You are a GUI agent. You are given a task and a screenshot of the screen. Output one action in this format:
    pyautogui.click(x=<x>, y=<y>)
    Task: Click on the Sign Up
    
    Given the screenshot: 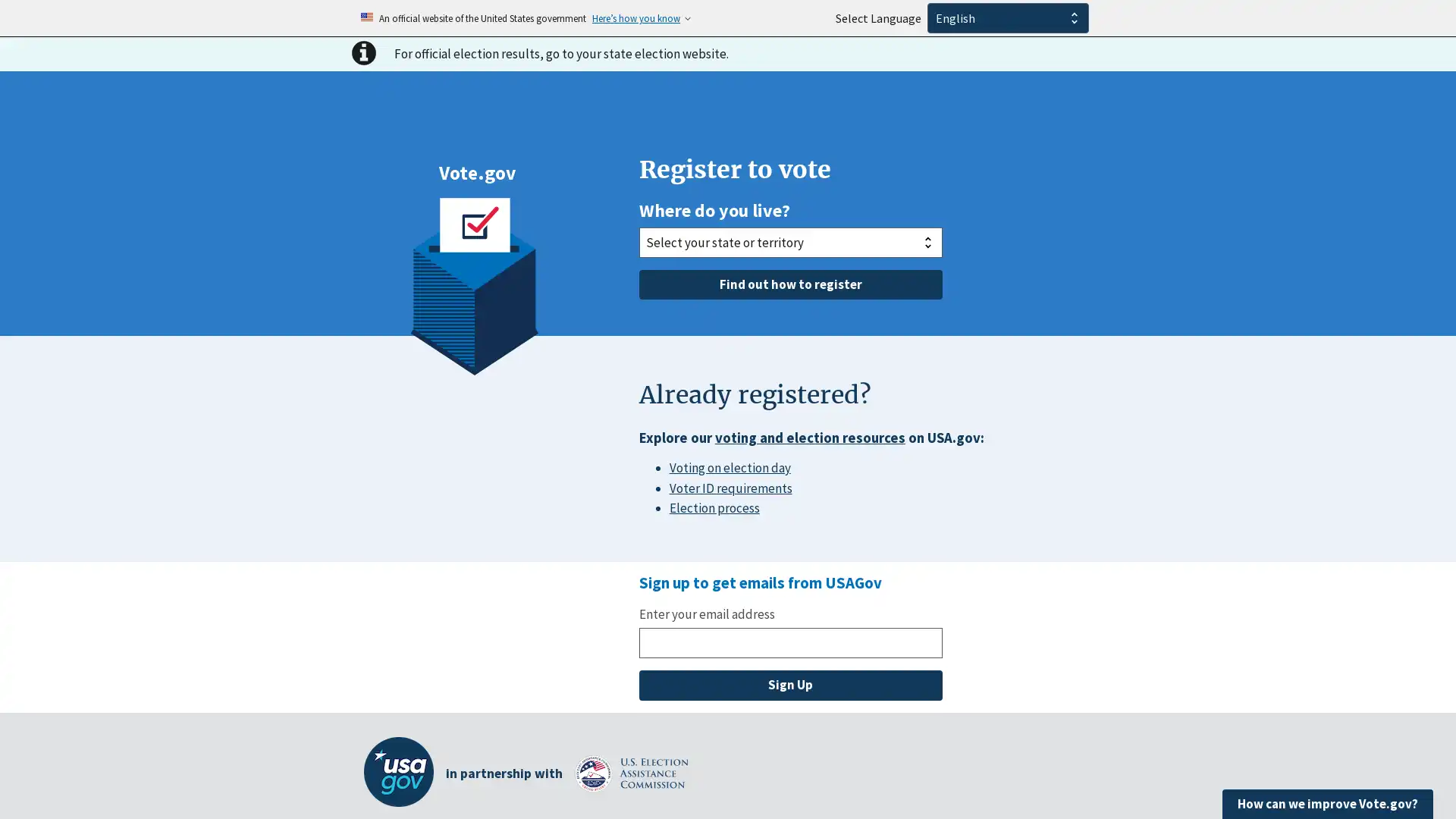 What is the action you would take?
    pyautogui.click(x=789, y=685)
    